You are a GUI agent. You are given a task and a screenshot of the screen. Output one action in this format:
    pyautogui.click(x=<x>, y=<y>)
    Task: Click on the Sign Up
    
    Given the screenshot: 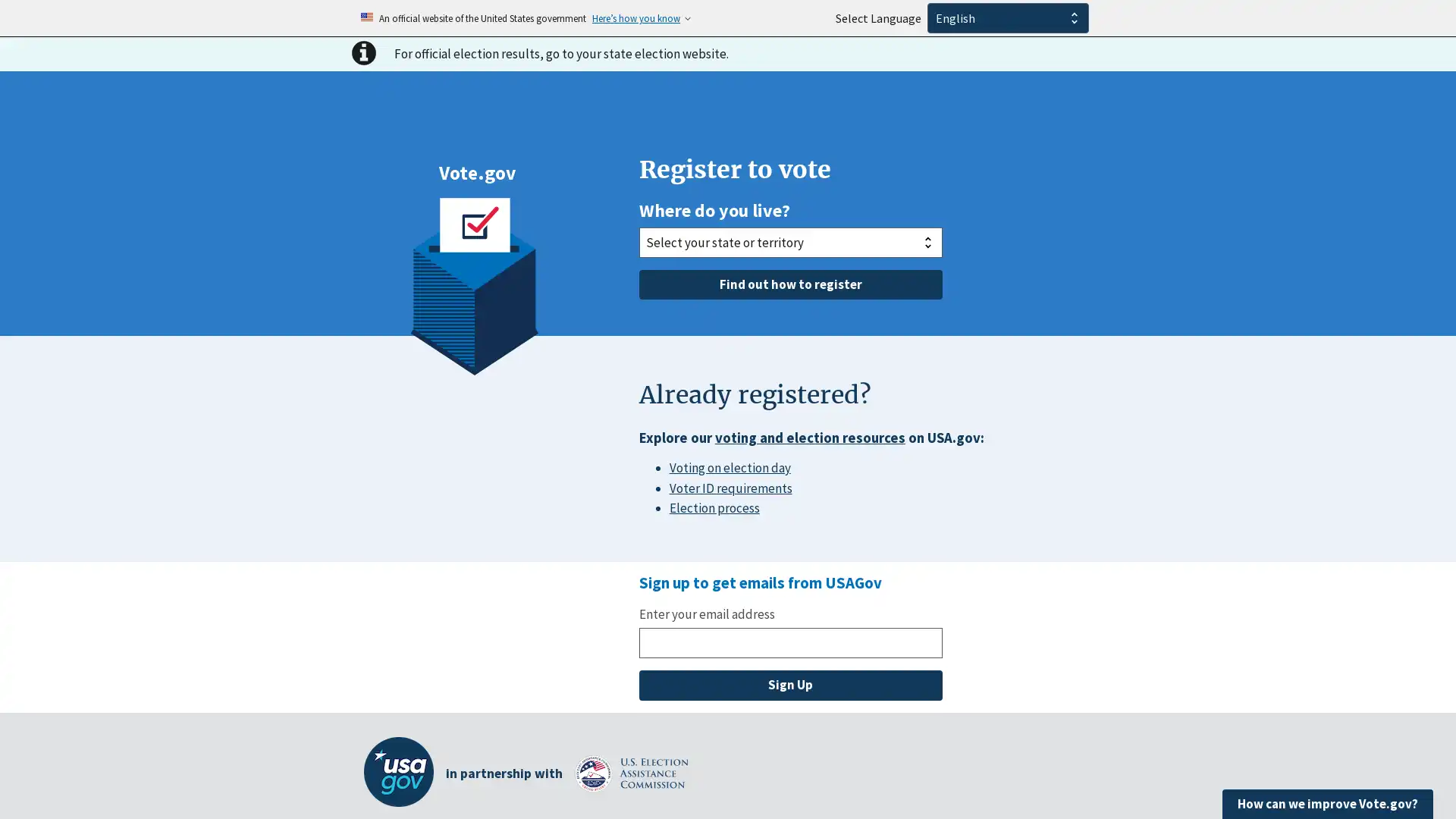 What is the action you would take?
    pyautogui.click(x=789, y=685)
    